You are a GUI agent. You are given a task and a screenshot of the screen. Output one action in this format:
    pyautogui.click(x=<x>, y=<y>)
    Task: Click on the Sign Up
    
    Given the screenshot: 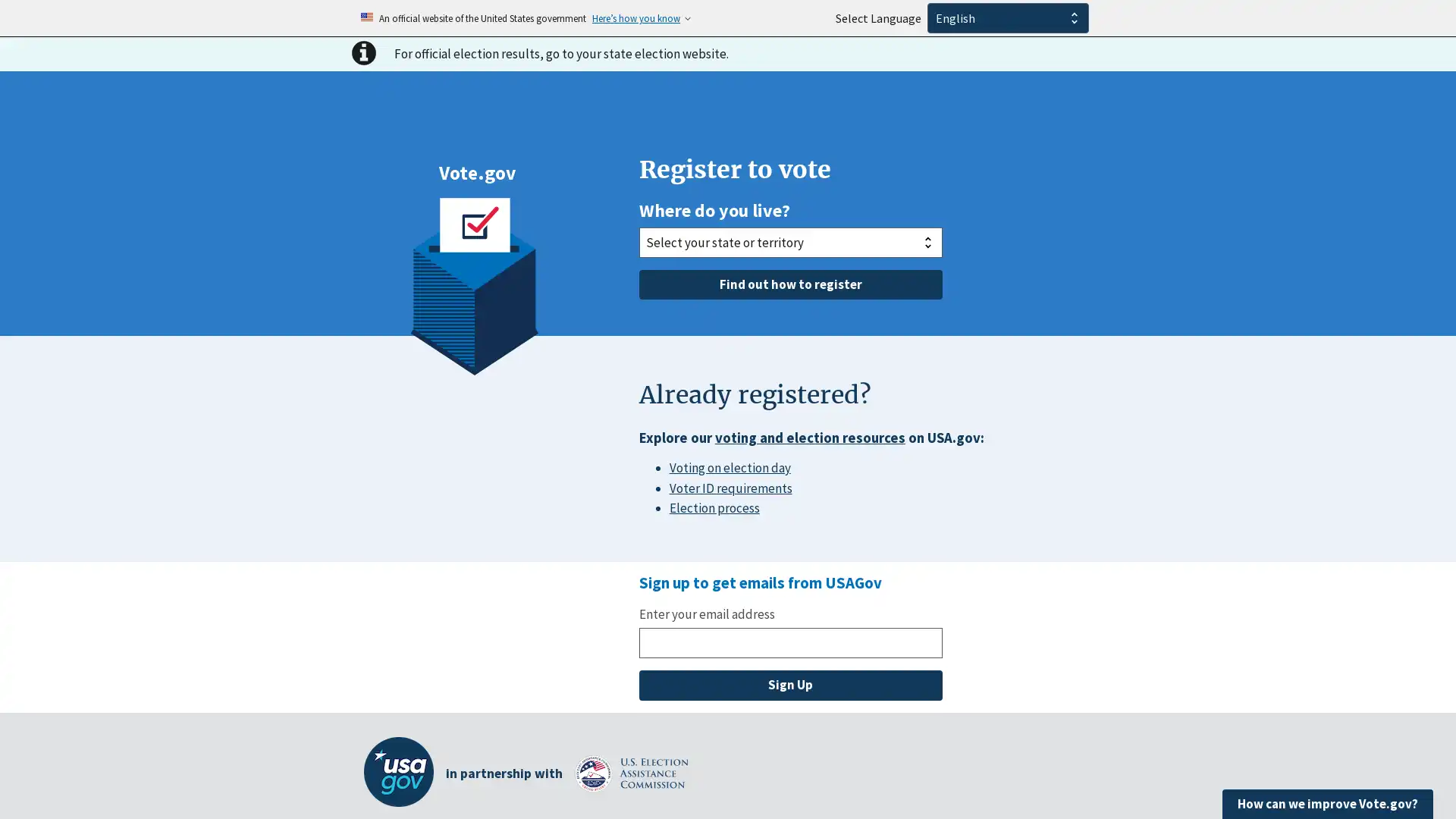 What is the action you would take?
    pyautogui.click(x=789, y=685)
    